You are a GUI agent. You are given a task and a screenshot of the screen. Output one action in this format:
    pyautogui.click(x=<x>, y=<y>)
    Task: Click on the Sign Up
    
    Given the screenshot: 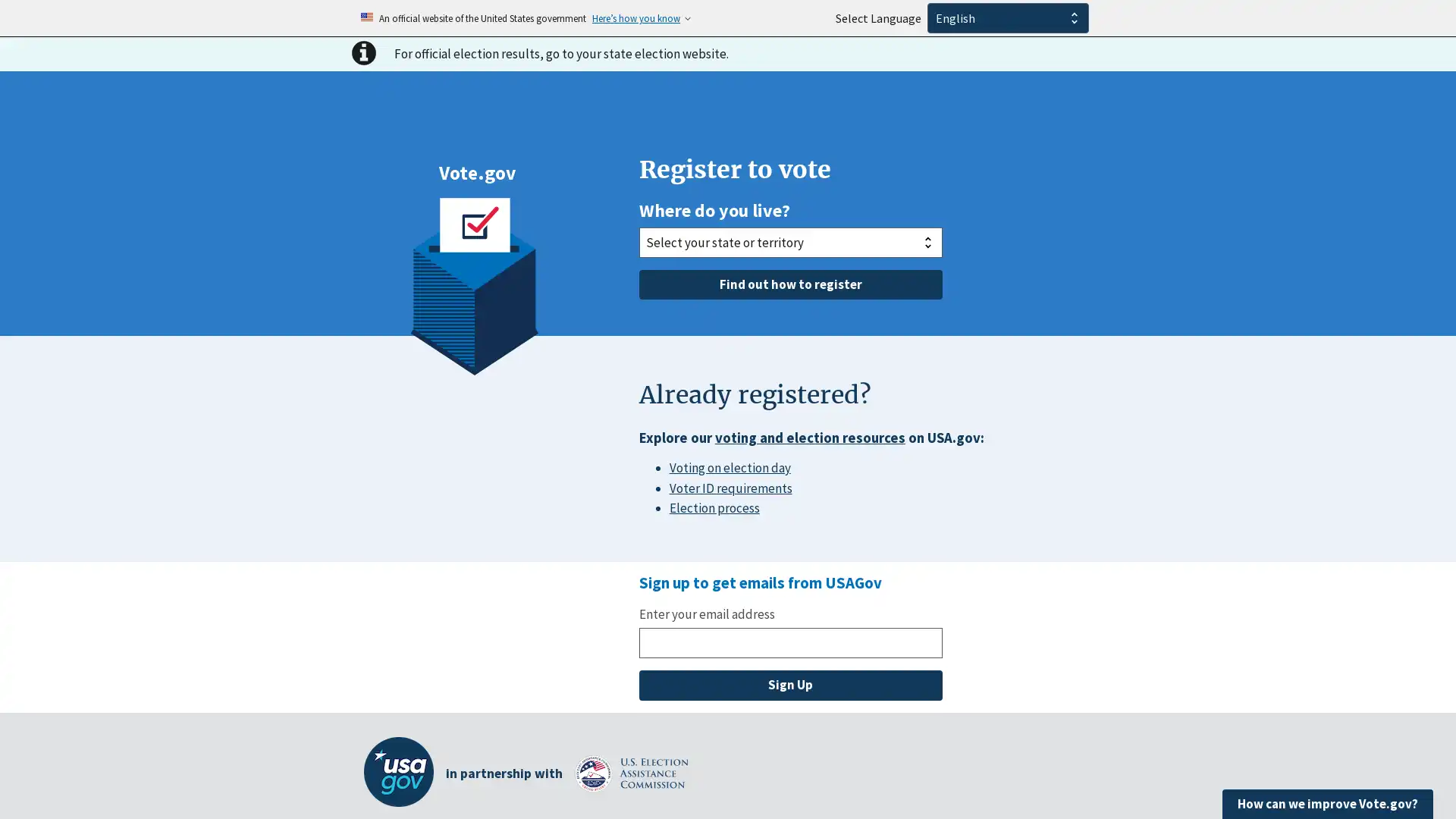 What is the action you would take?
    pyautogui.click(x=789, y=685)
    